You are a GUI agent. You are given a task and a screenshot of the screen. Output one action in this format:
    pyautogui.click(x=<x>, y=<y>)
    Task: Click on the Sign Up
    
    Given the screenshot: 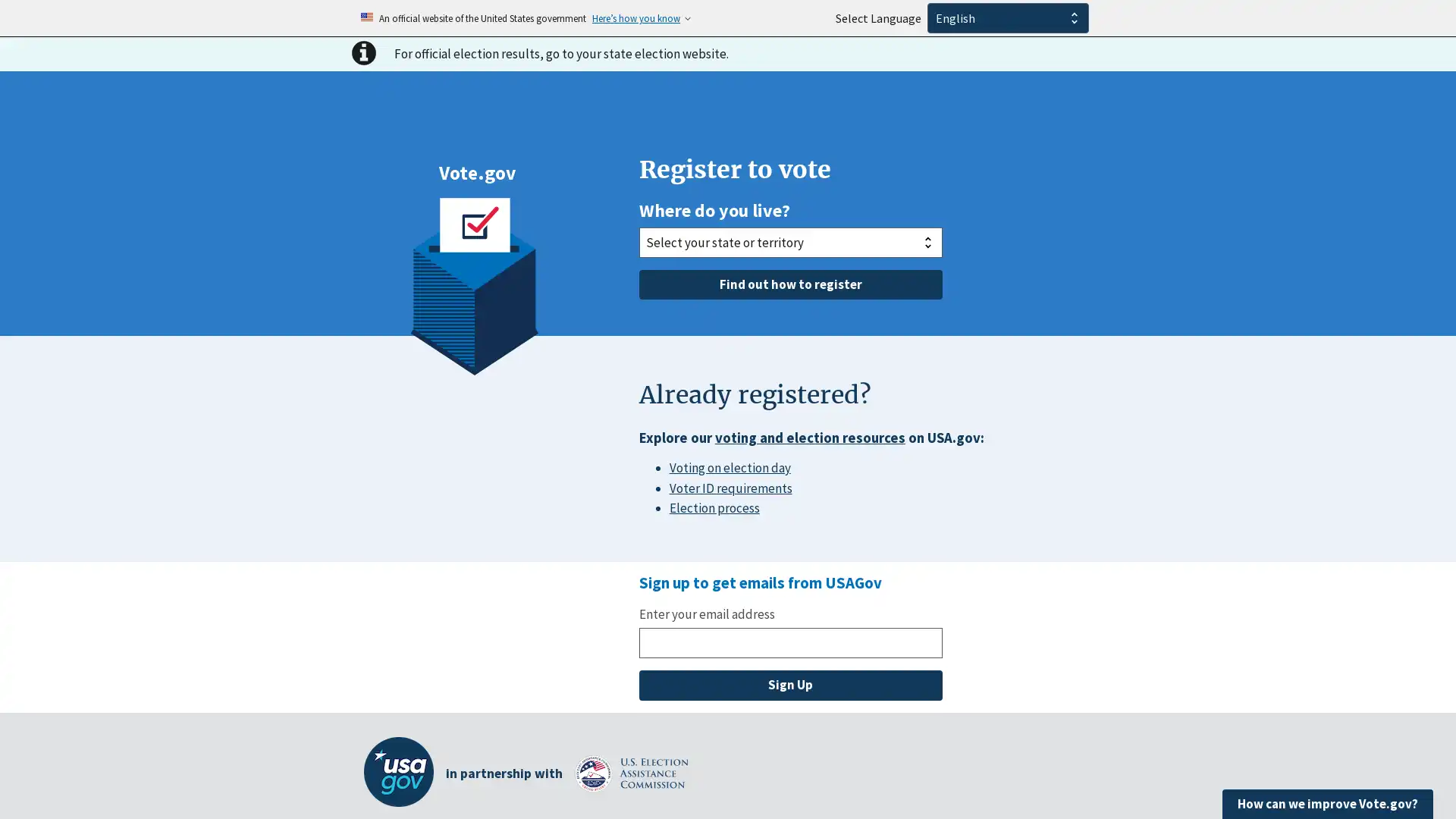 What is the action you would take?
    pyautogui.click(x=789, y=685)
    